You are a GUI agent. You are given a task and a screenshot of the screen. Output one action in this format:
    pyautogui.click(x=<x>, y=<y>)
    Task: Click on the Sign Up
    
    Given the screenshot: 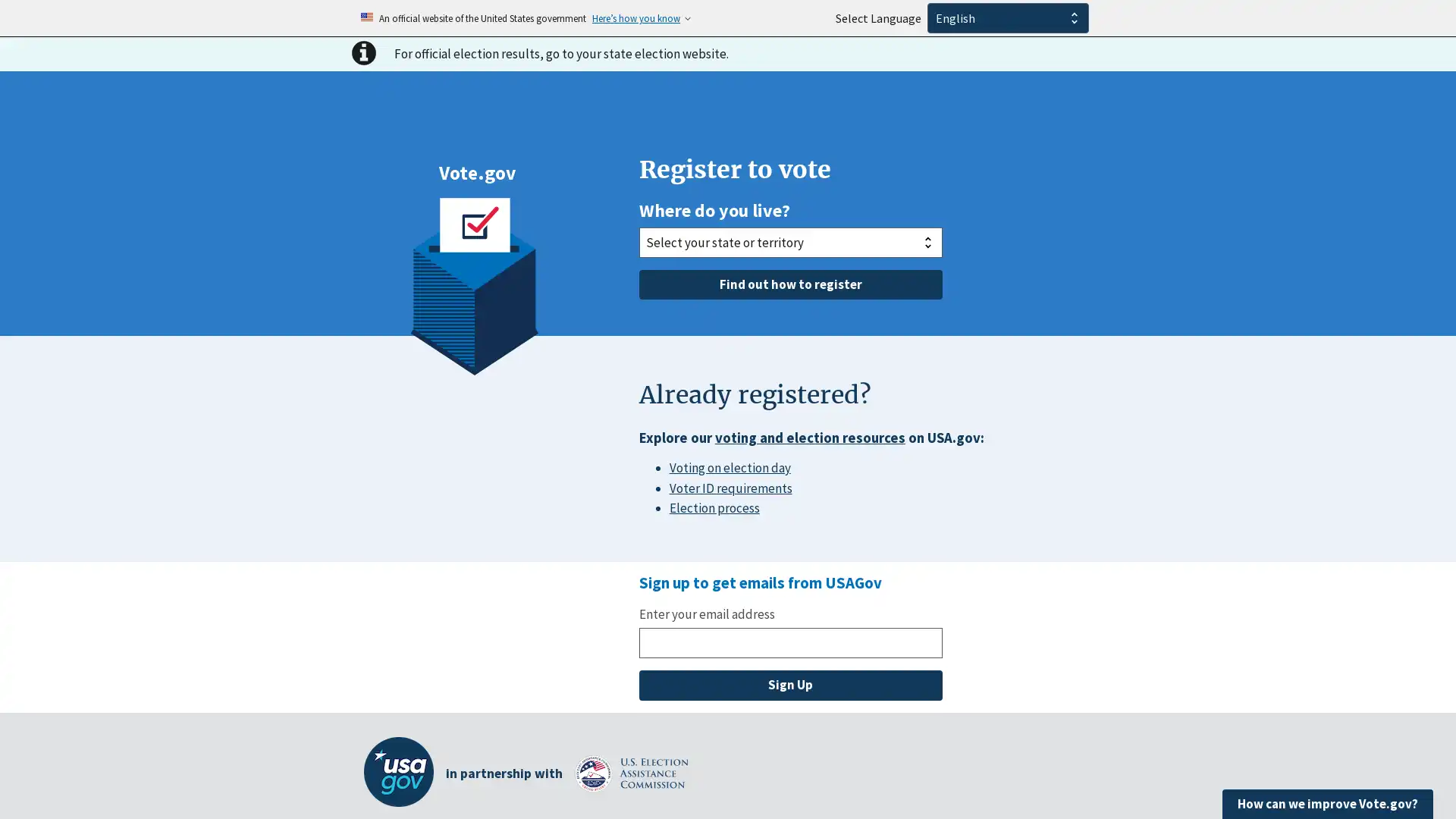 What is the action you would take?
    pyautogui.click(x=789, y=685)
    